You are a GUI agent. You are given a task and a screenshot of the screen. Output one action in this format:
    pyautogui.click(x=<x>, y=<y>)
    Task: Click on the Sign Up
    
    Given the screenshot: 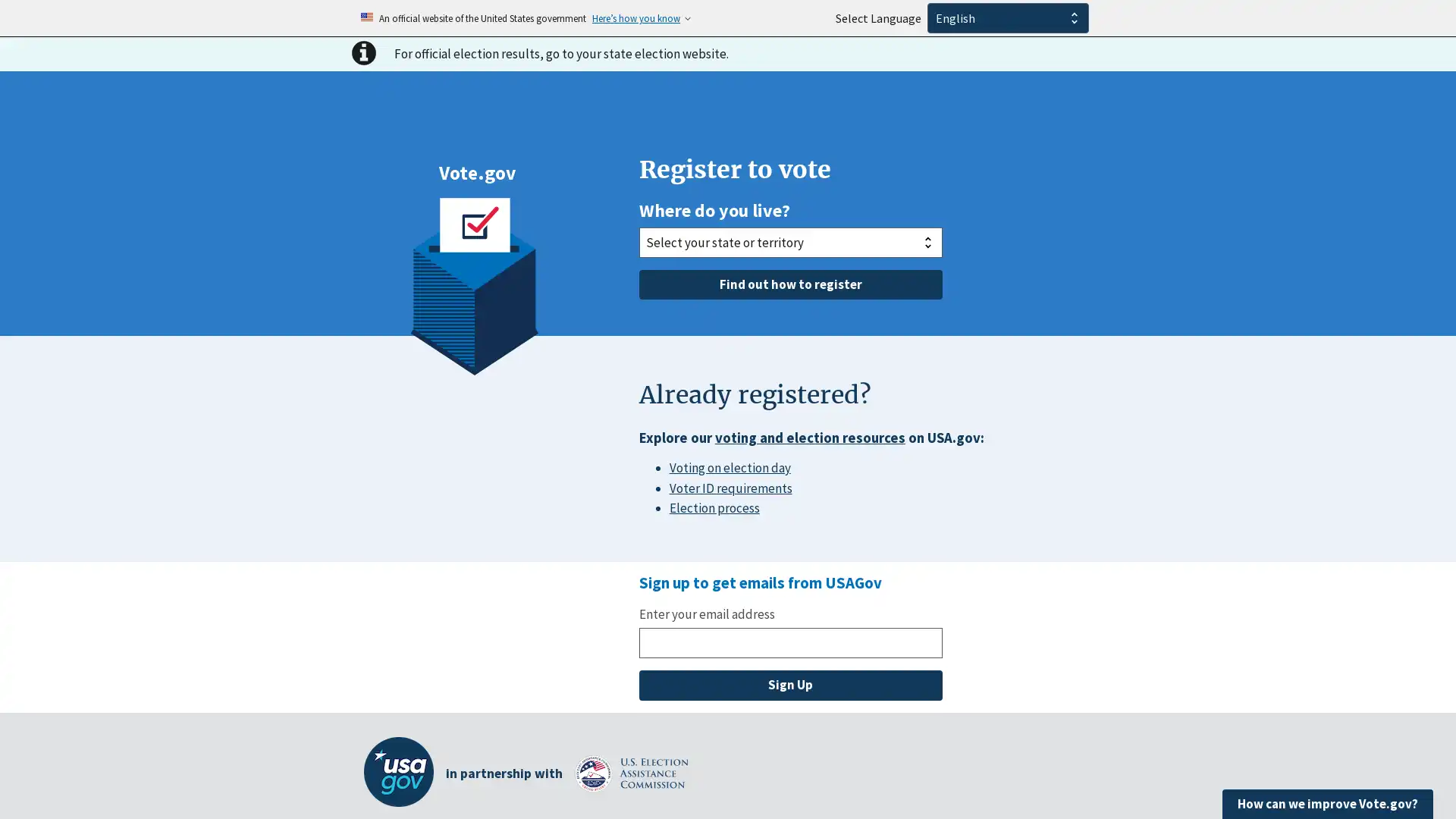 What is the action you would take?
    pyautogui.click(x=789, y=685)
    